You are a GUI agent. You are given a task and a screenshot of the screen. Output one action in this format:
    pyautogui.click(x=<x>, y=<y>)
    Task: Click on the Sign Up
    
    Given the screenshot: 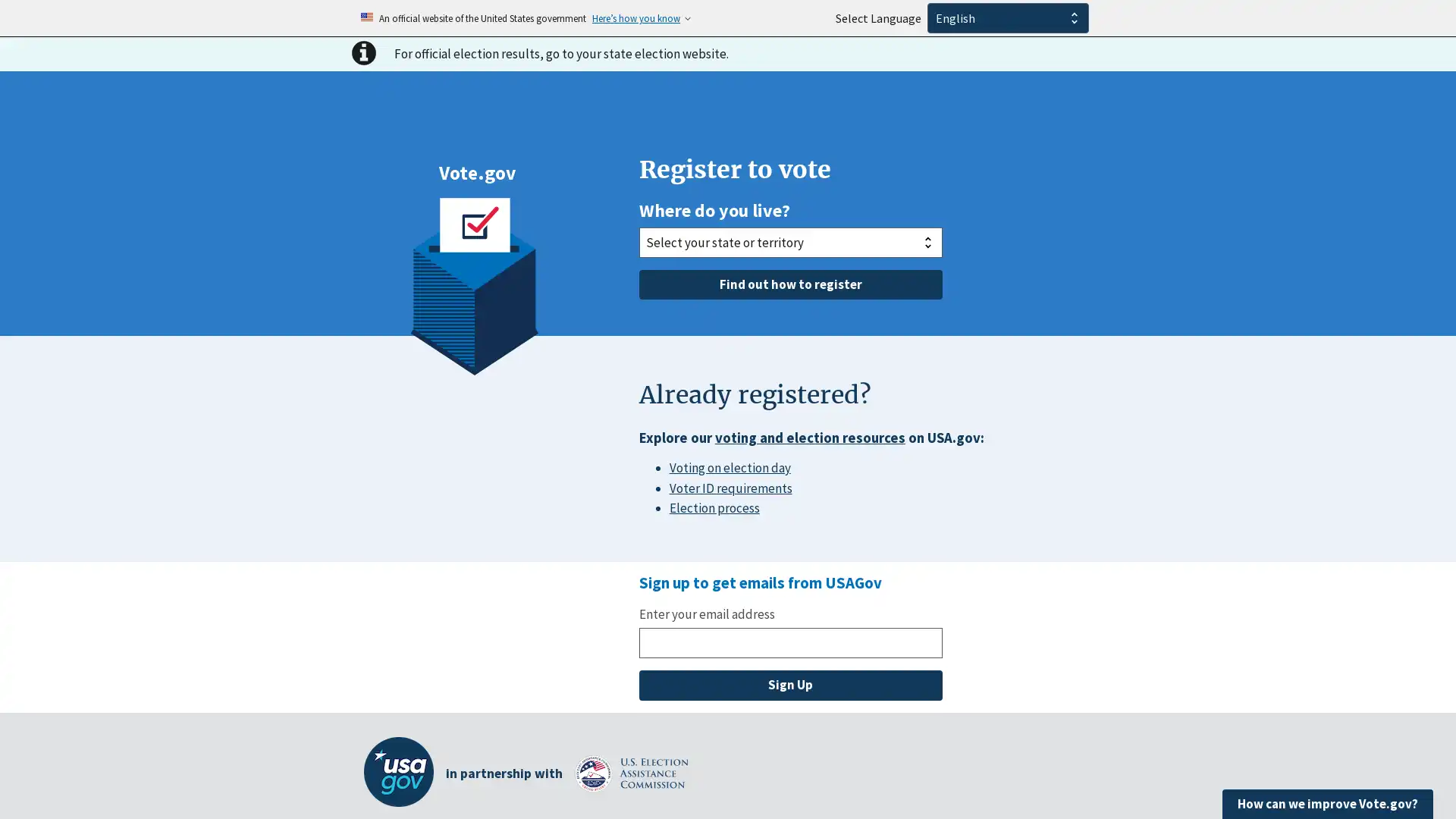 What is the action you would take?
    pyautogui.click(x=789, y=685)
    